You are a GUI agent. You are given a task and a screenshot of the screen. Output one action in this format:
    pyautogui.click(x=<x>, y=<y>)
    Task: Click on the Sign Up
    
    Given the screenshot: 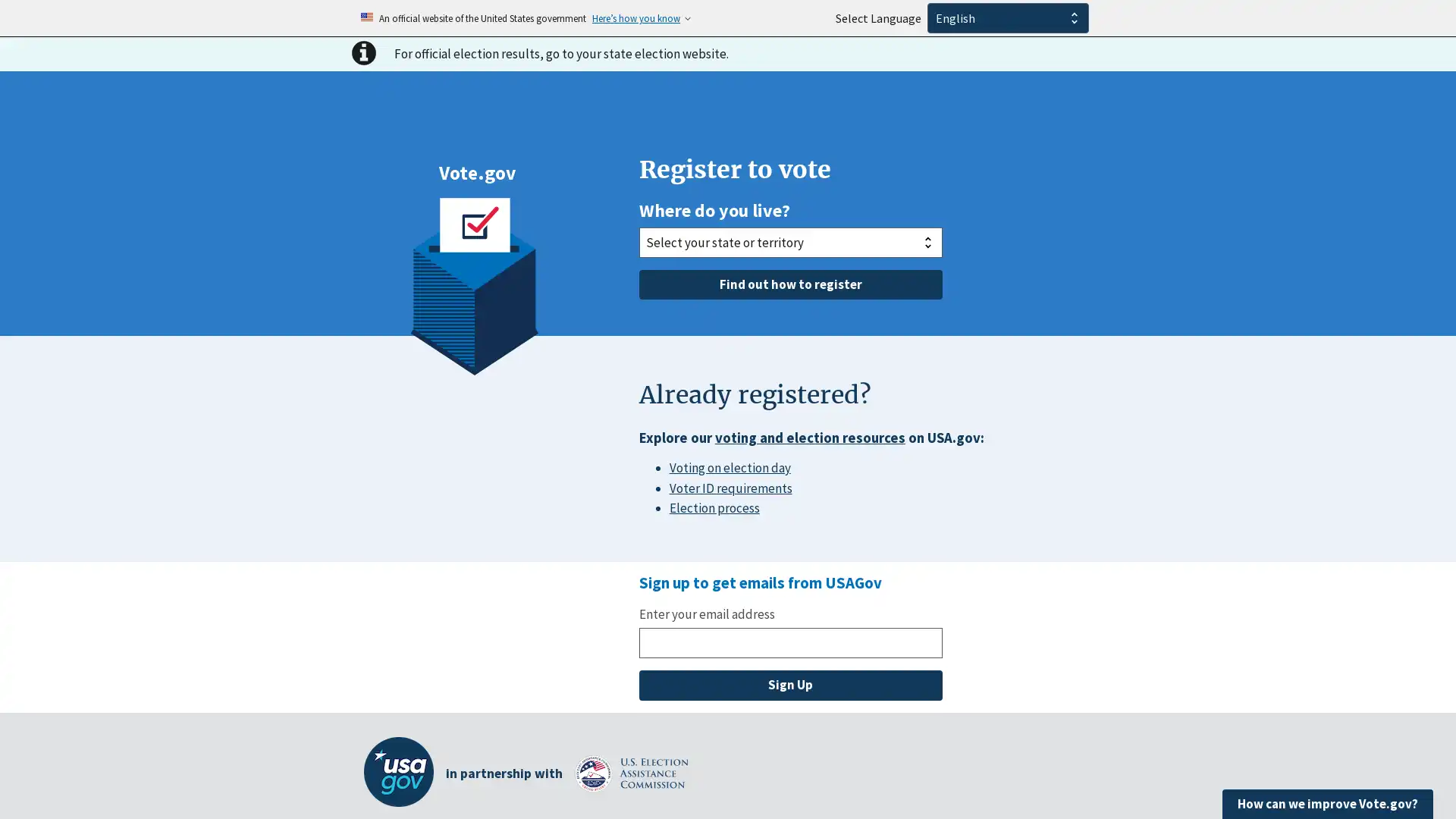 What is the action you would take?
    pyautogui.click(x=789, y=685)
    